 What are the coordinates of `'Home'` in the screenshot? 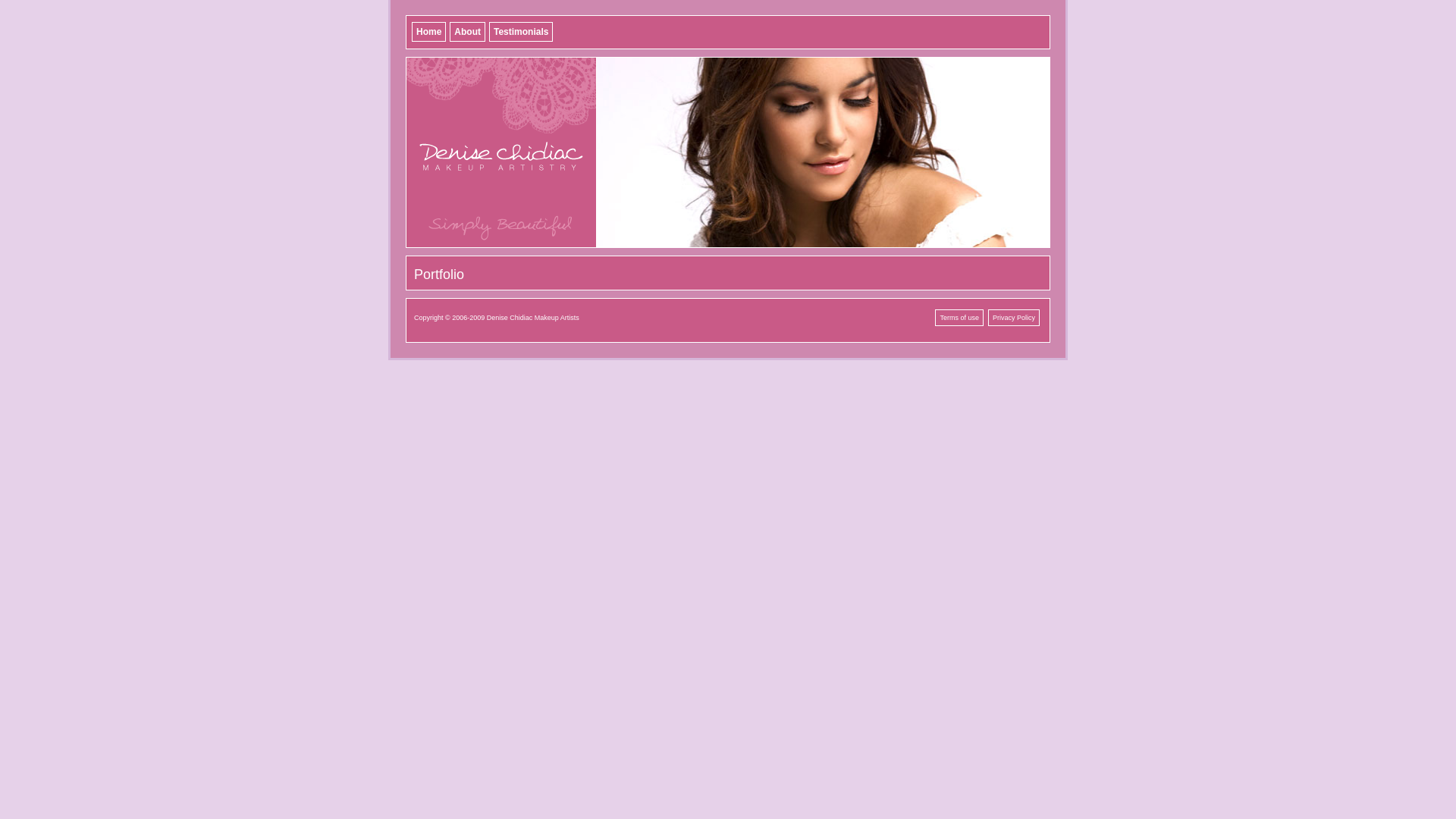 It's located at (428, 32).